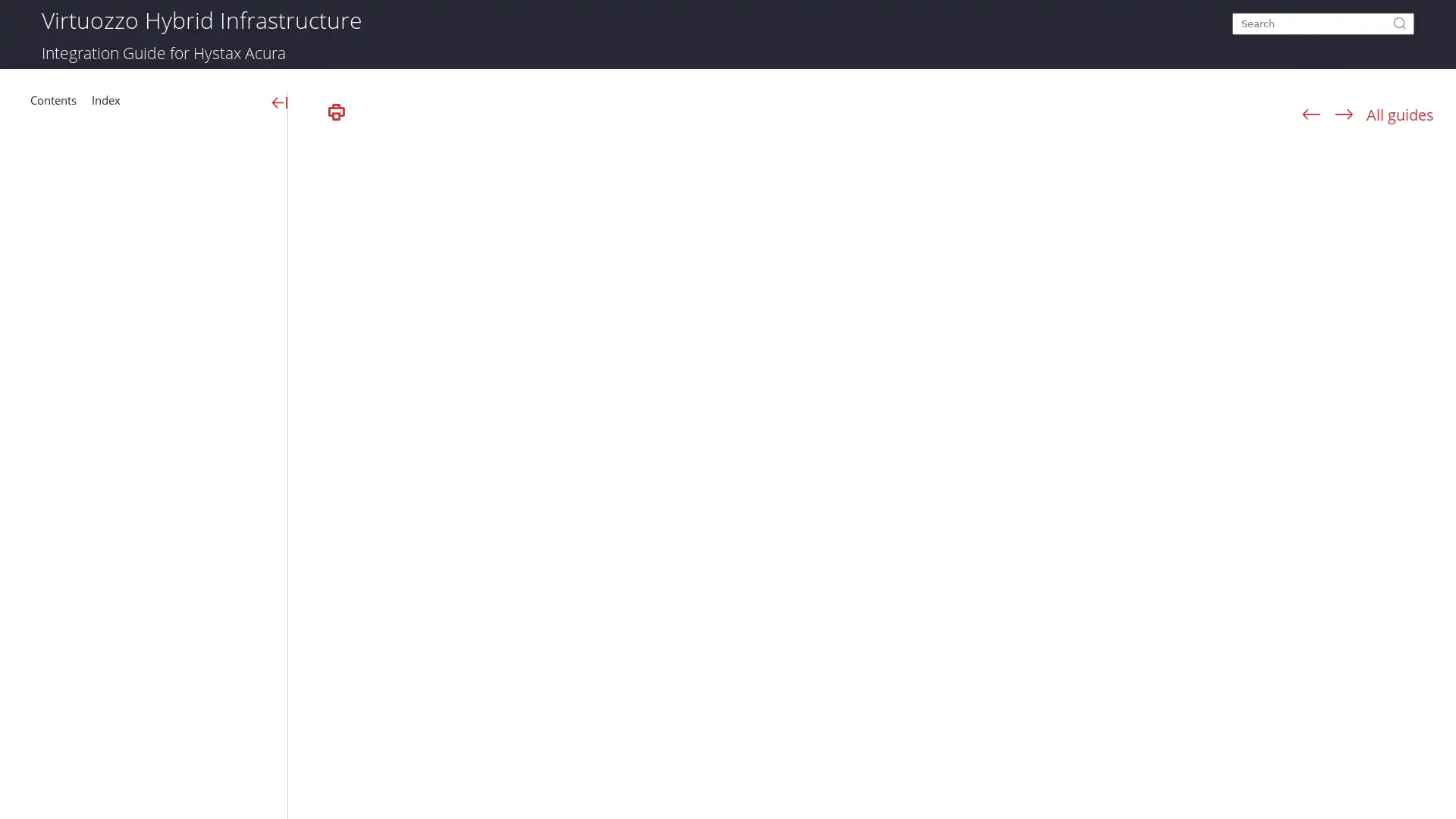 This screenshot has height=819, width=1456. Describe the element at coordinates (1399, 114) in the screenshot. I see `All guides` at that location.